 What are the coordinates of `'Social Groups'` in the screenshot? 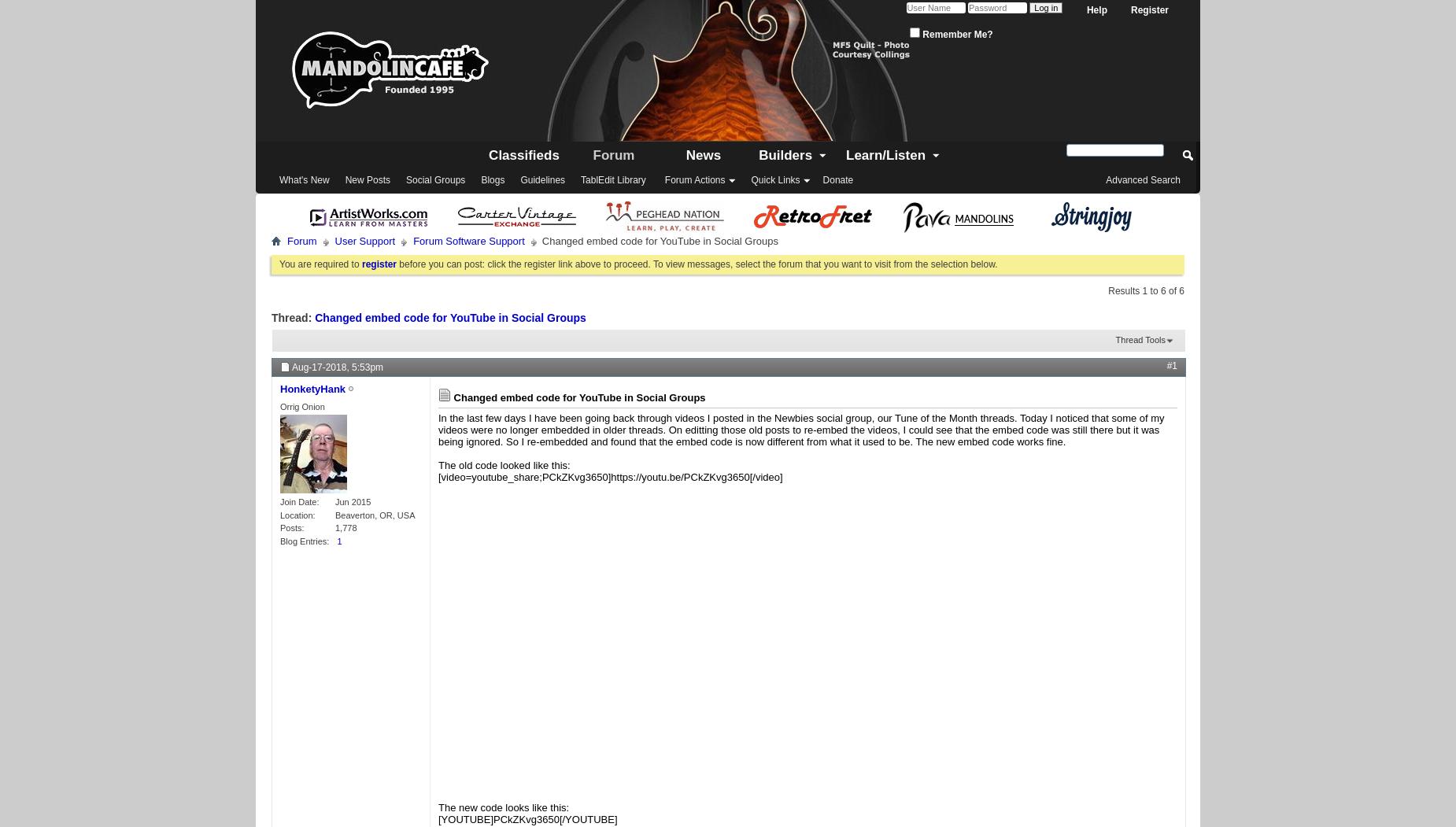 It's located at (405, 179).